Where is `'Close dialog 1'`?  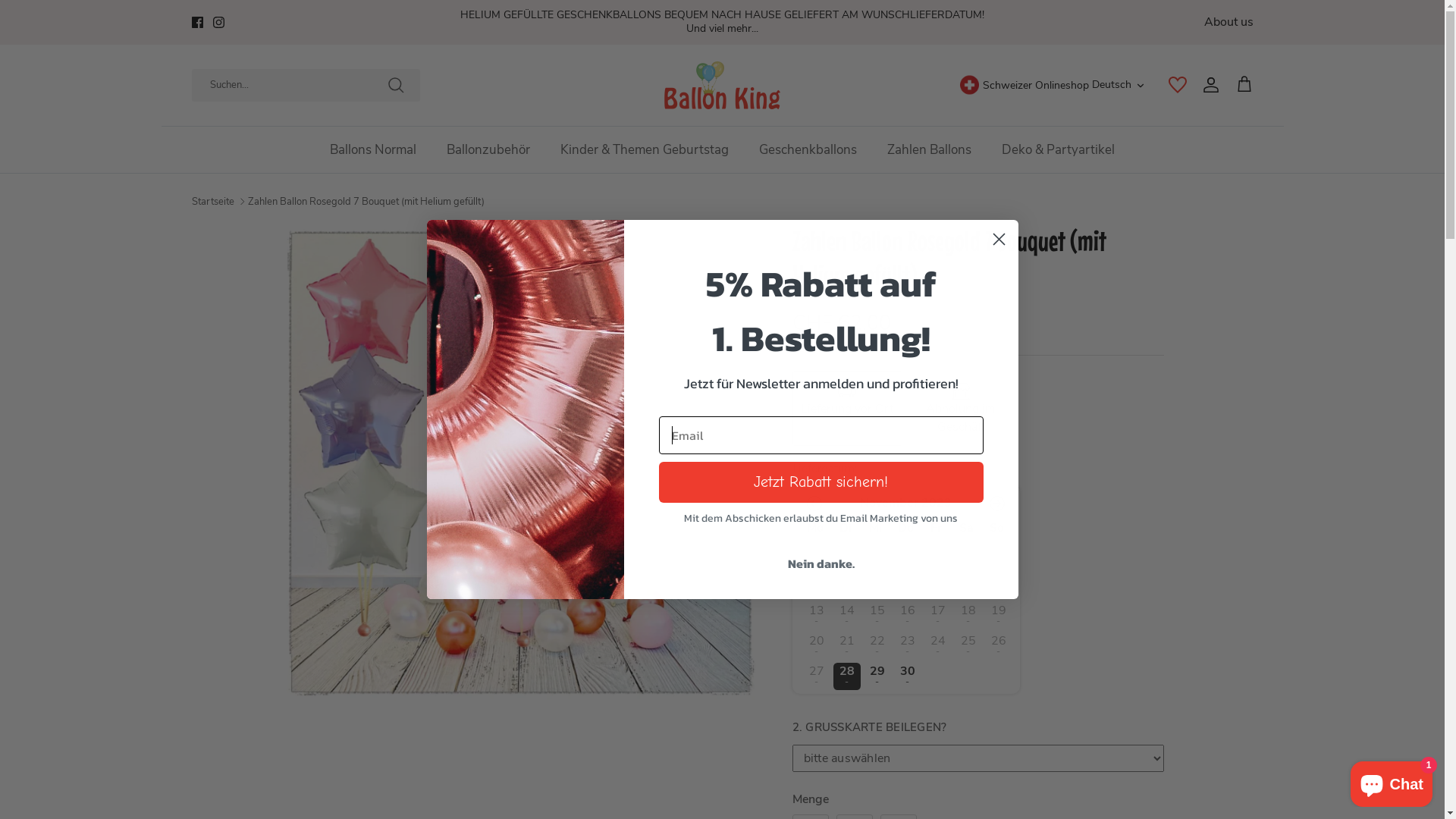
'Close dialog 1' is located at coordinates (999, 239).